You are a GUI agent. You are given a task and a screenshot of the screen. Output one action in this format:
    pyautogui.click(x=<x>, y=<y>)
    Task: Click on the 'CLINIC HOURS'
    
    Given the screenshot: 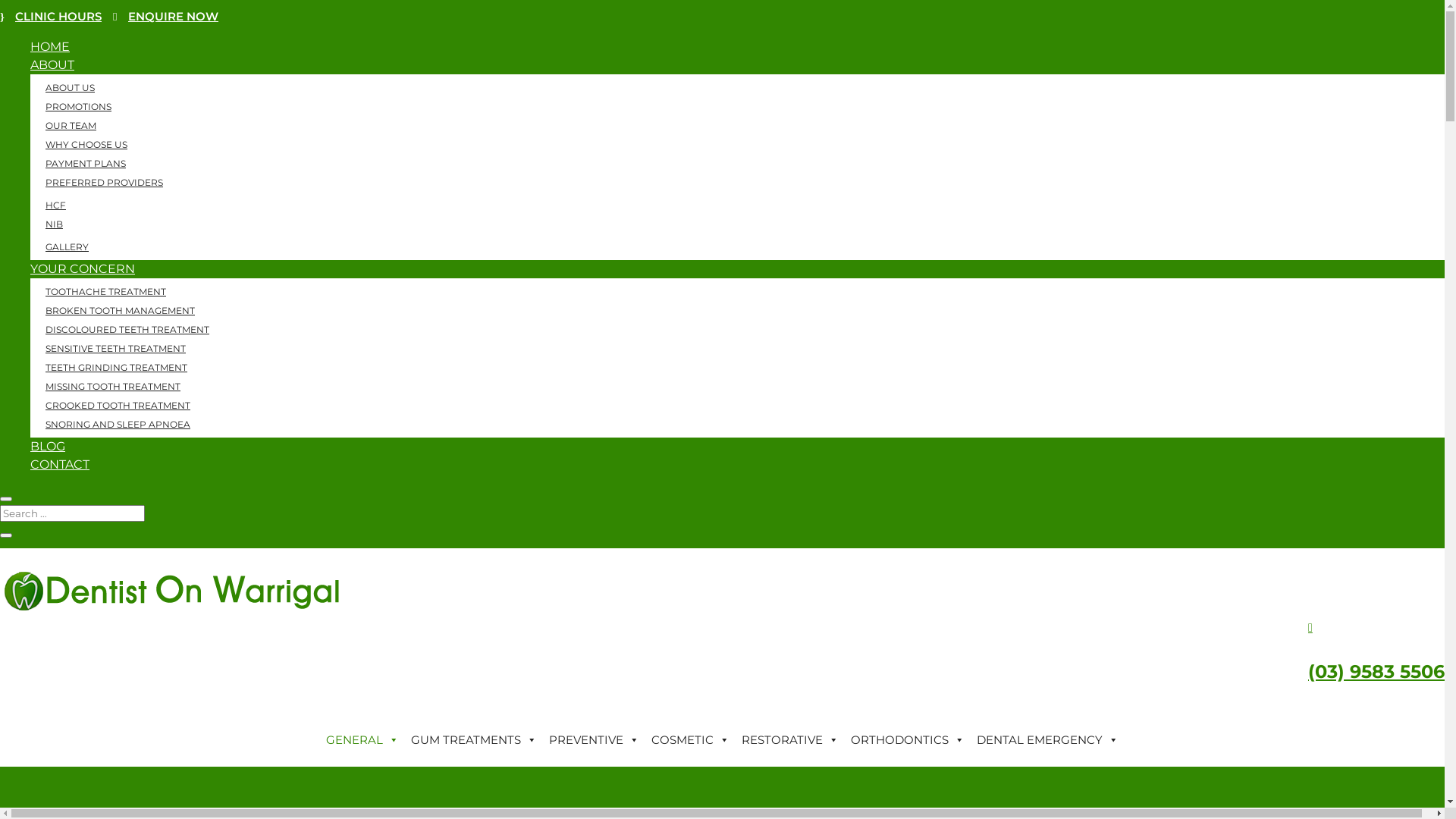 What is the action you would take?
    pyautogui.click(x=51, y=16)
    